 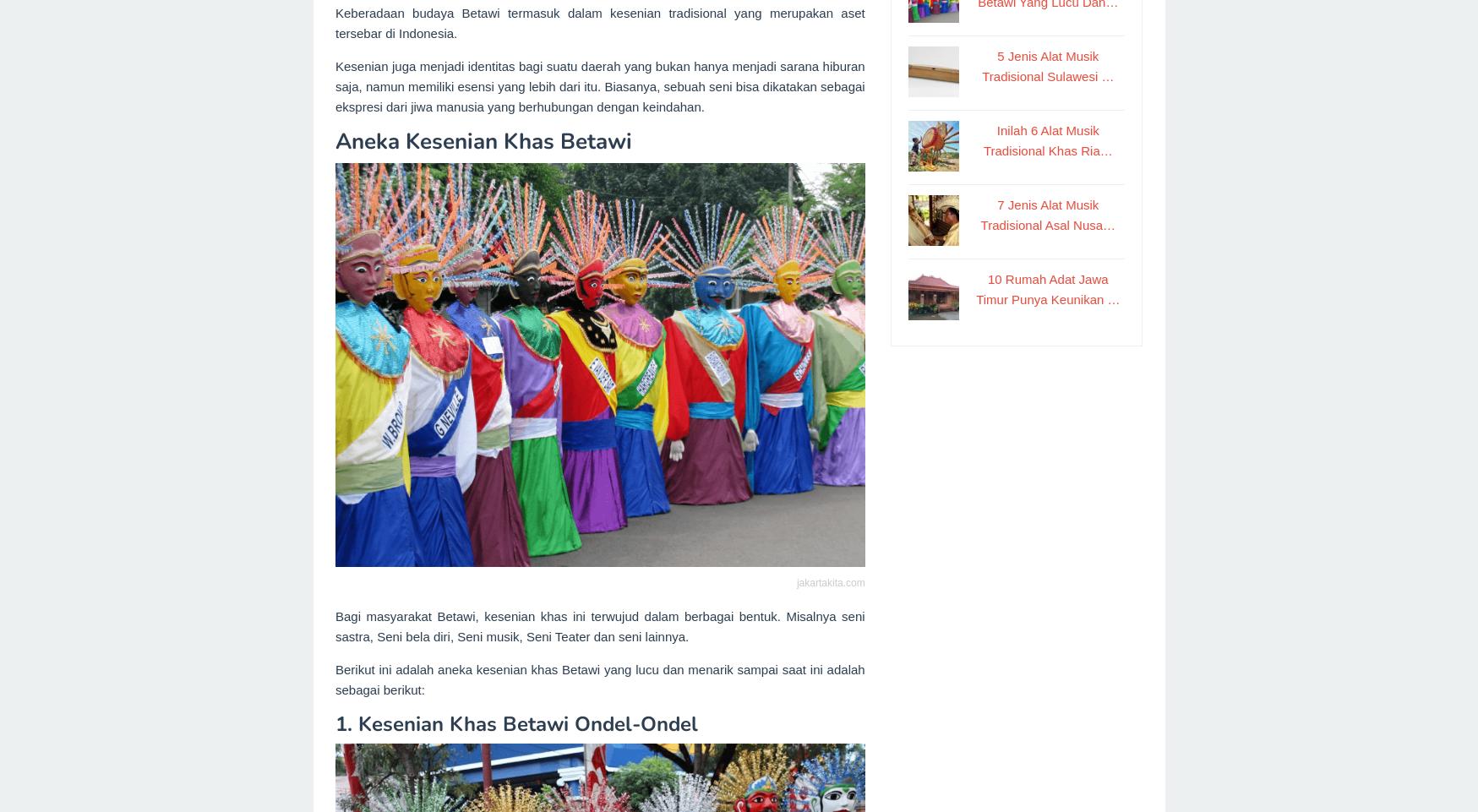 I want to click on 'Inilah 6 Alat Musik Tradisional Khas Ria…', so click(x=1046, y=139).